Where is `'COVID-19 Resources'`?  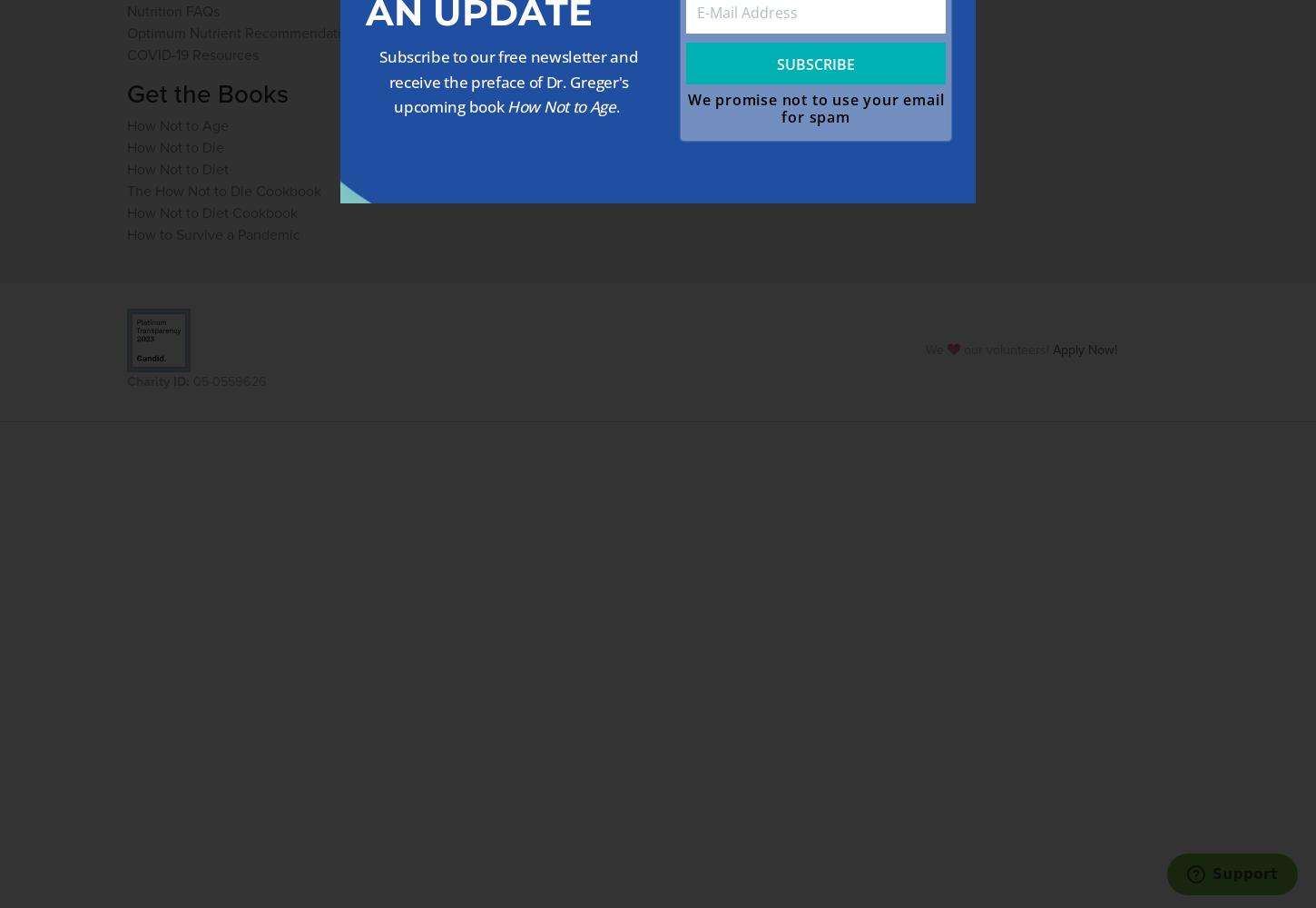
'COVID-19 Resources' is located at coordinates (192, 54).